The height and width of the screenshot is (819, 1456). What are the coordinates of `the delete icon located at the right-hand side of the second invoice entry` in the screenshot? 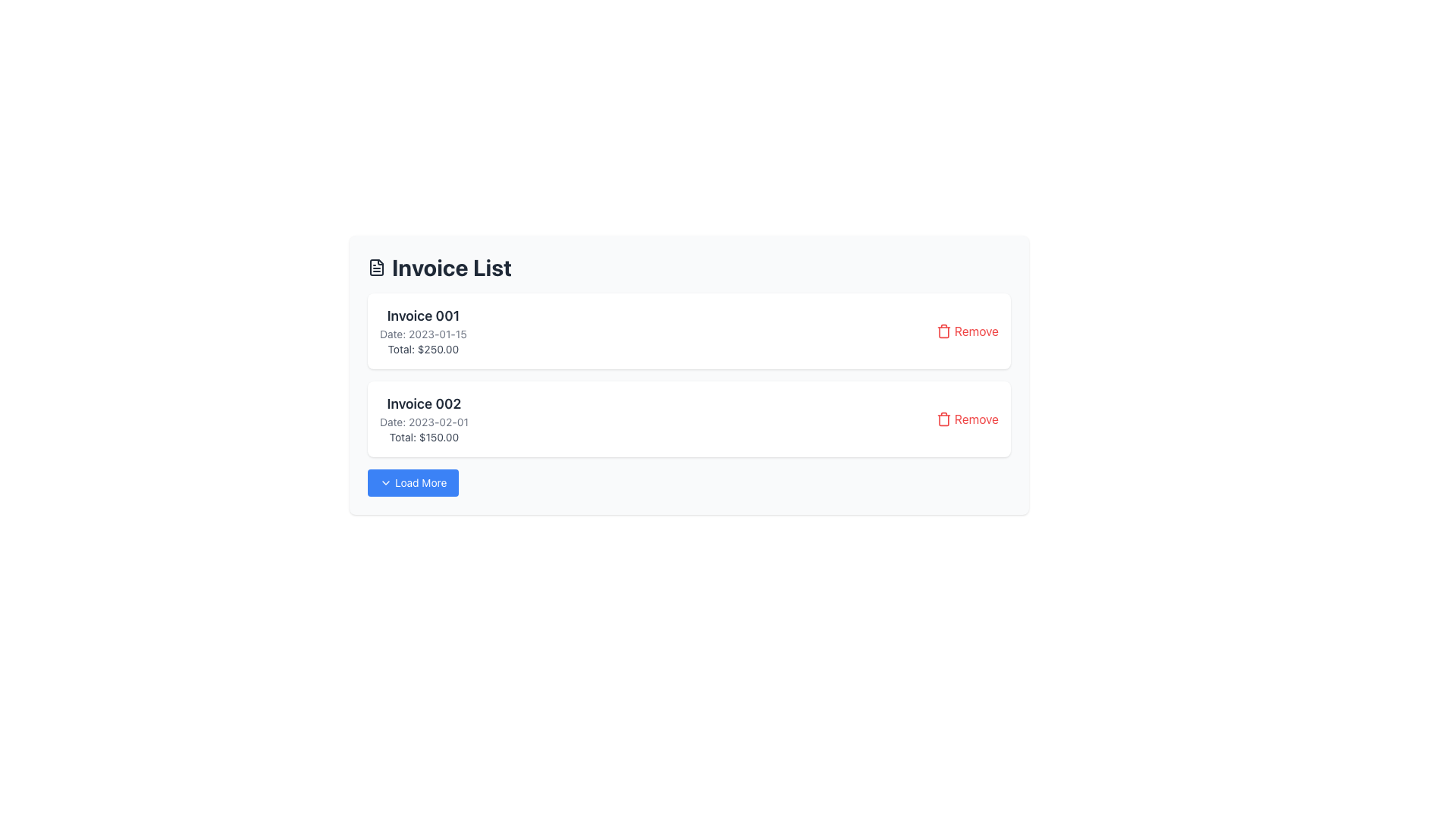 It's located at (943, 419).